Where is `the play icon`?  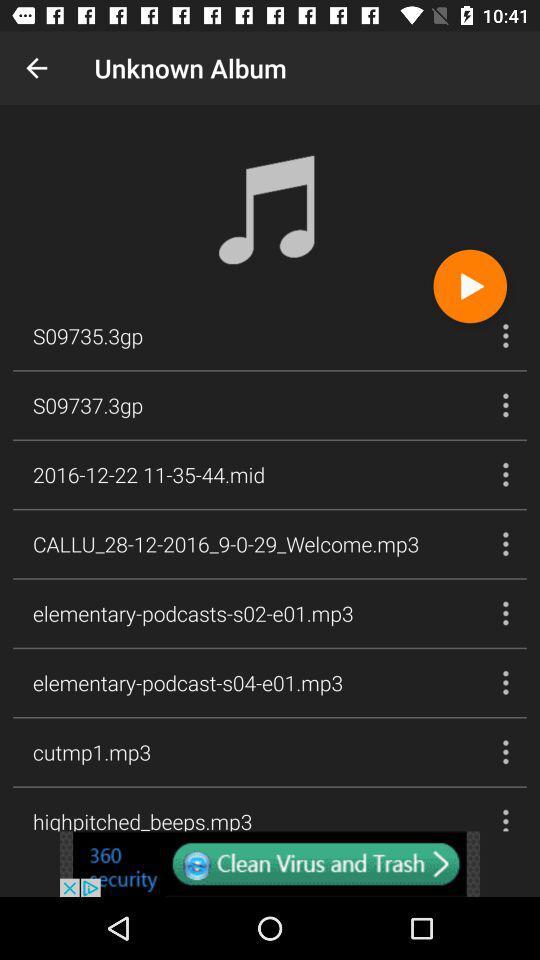
the play icon is located at coordinates (470, 285).